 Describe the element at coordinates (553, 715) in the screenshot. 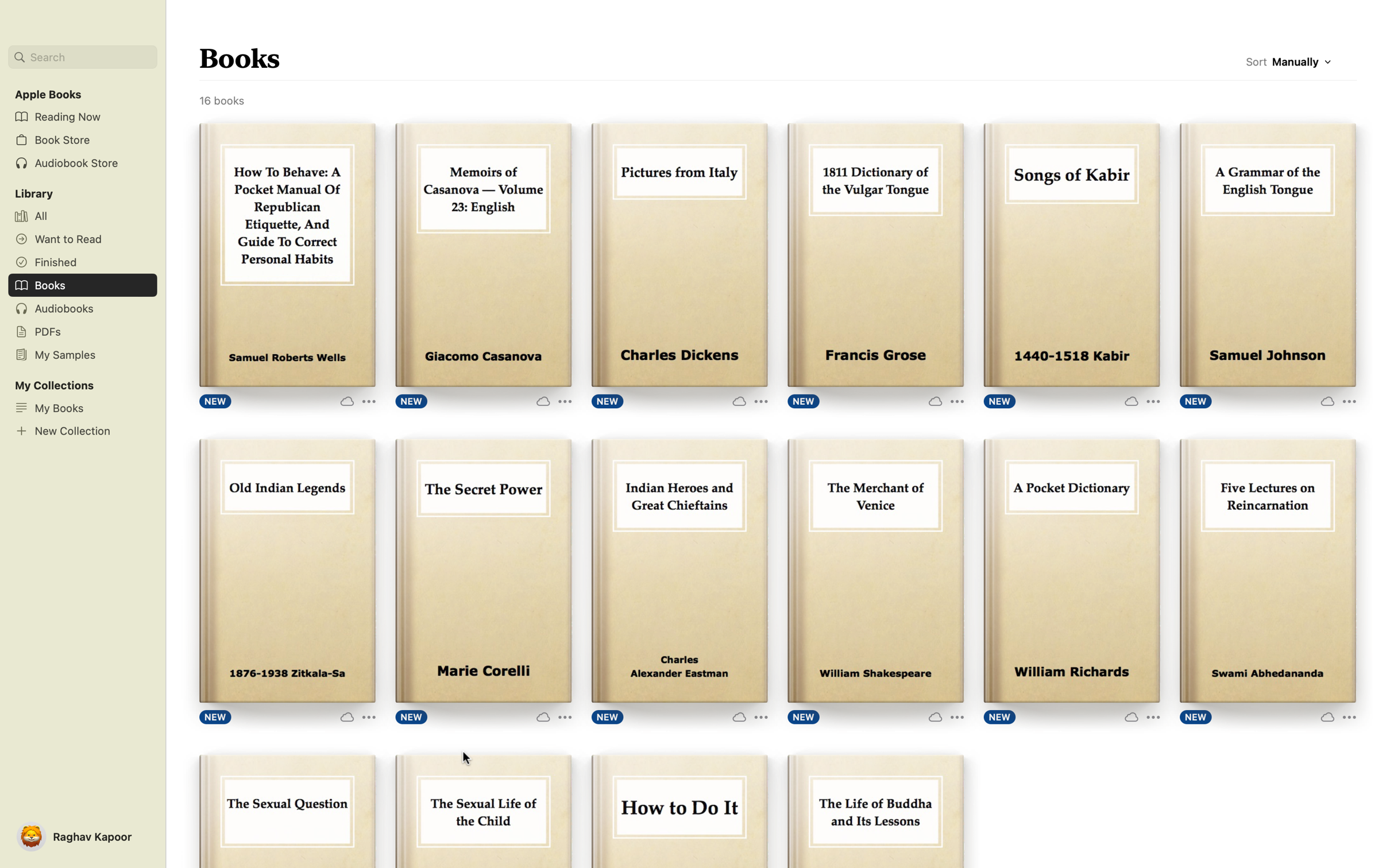

I see `additional data about "The Secret Power" by clicking the ellipsis` at that location.